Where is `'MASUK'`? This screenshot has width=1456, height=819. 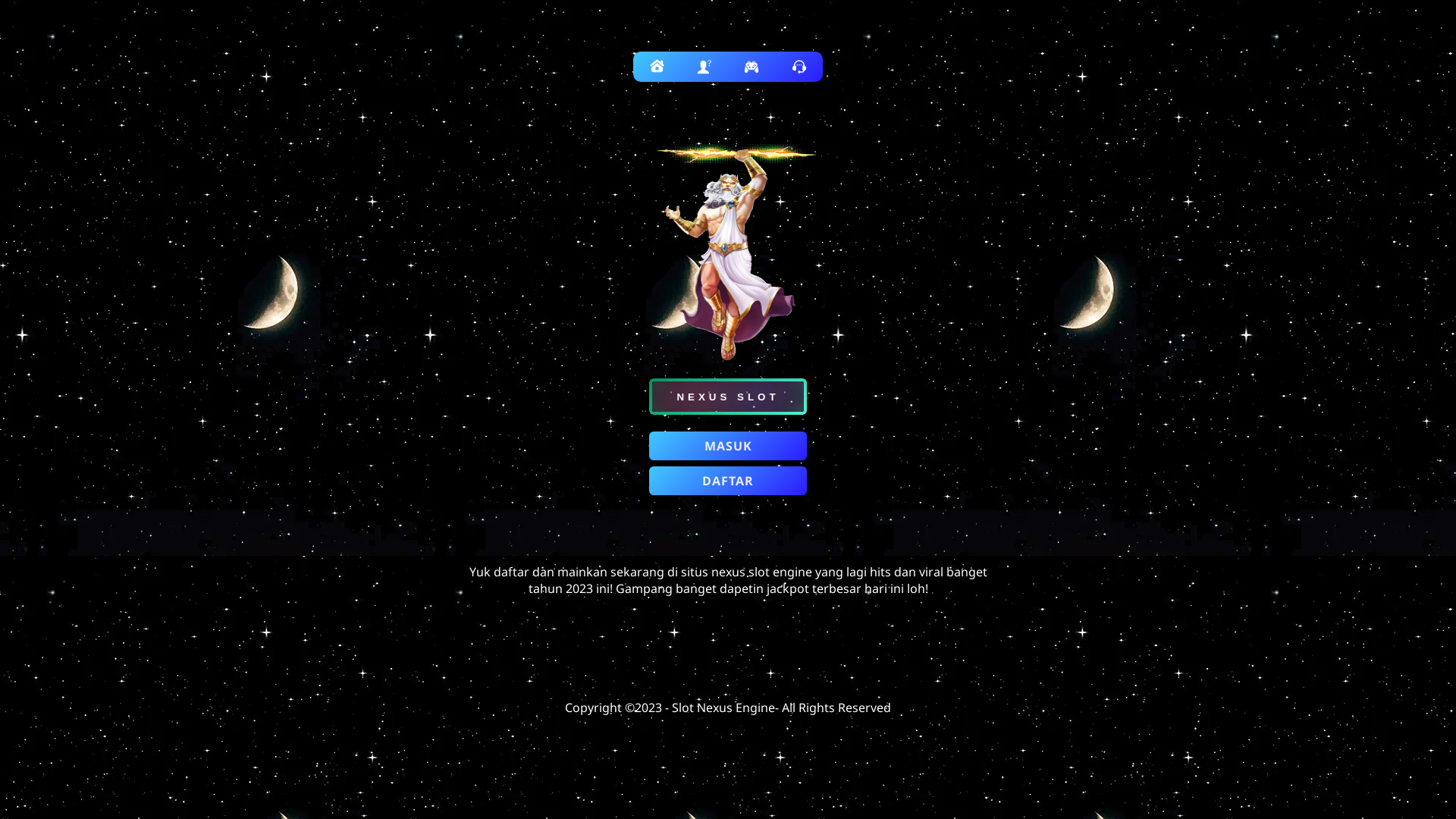 'MASUK' is located at coordinates (728, 444).